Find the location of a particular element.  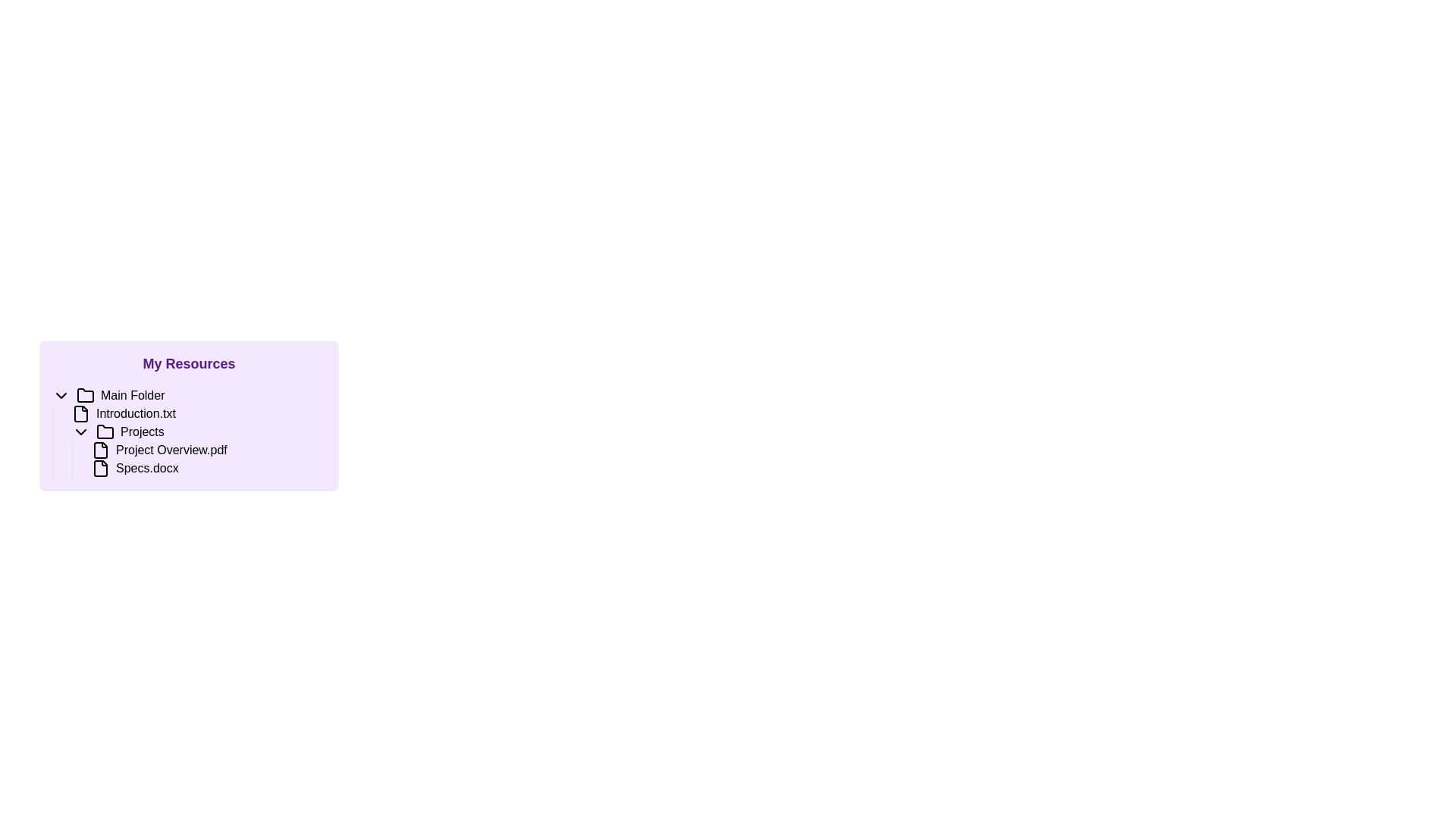

the document icon located to the left of the text 'Introduction.txt' in the 'My Resources' section is located at coordinates (80, 414).